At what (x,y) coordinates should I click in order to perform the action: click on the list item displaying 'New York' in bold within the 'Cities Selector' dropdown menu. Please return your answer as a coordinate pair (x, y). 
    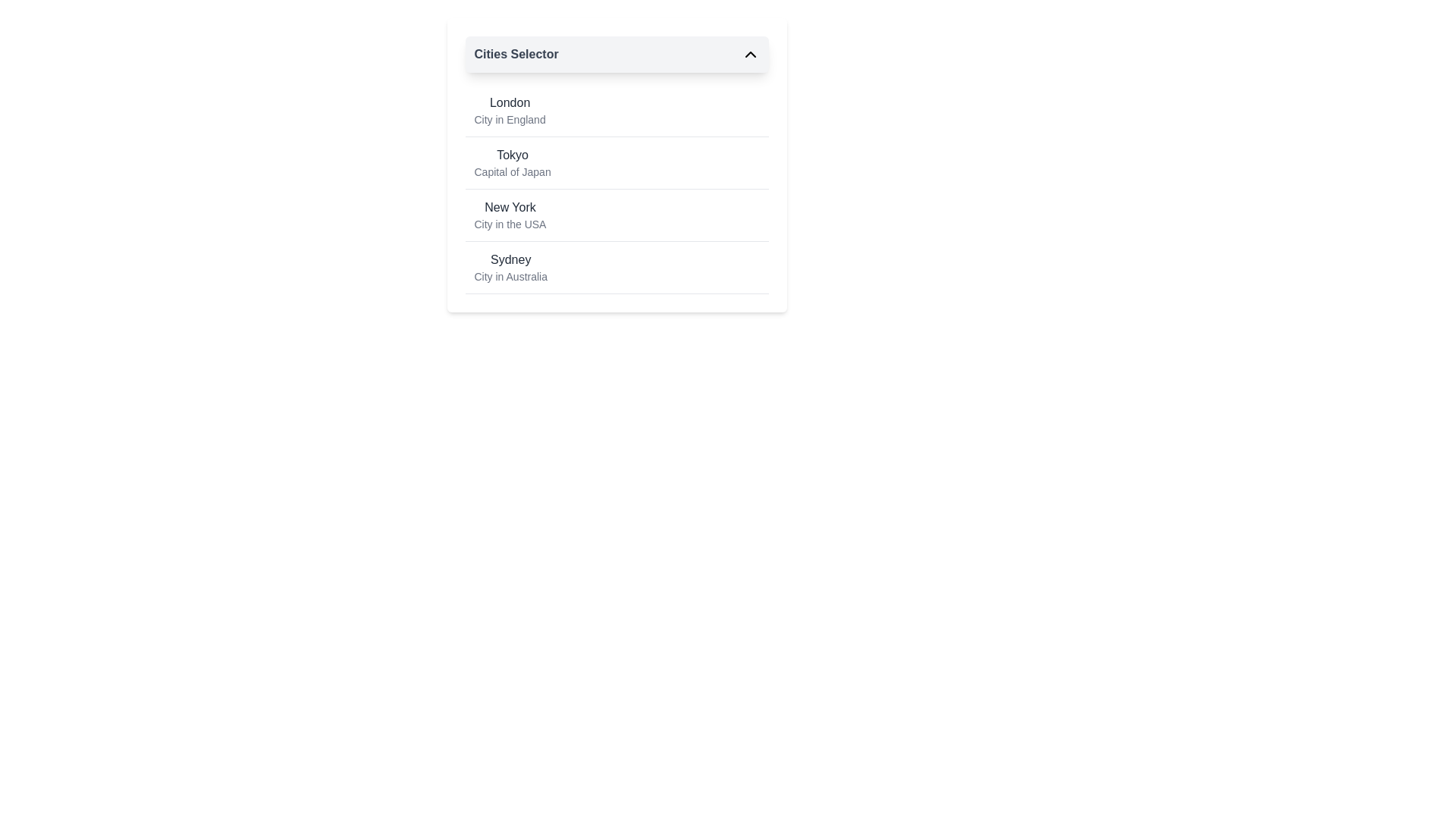
    Looking at the image, I should click on (617, 215).